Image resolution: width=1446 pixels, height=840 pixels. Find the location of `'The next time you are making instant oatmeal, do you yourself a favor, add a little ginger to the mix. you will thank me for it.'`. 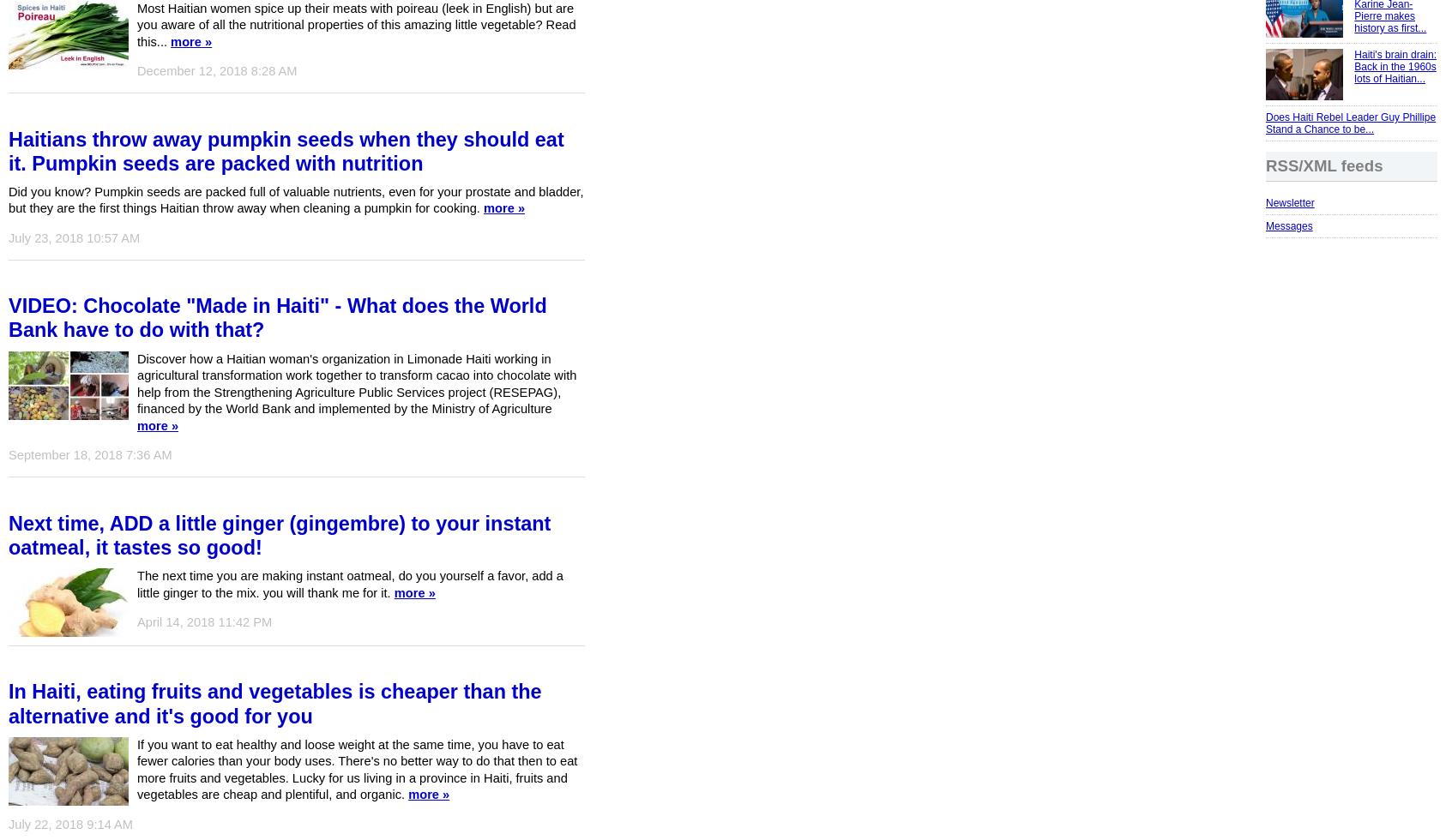

'The next time you are making instant oatmeal, do you yourself a favor, add a little ginger to the mix. you will thank me for it.' is located at coordinates (349, 584).